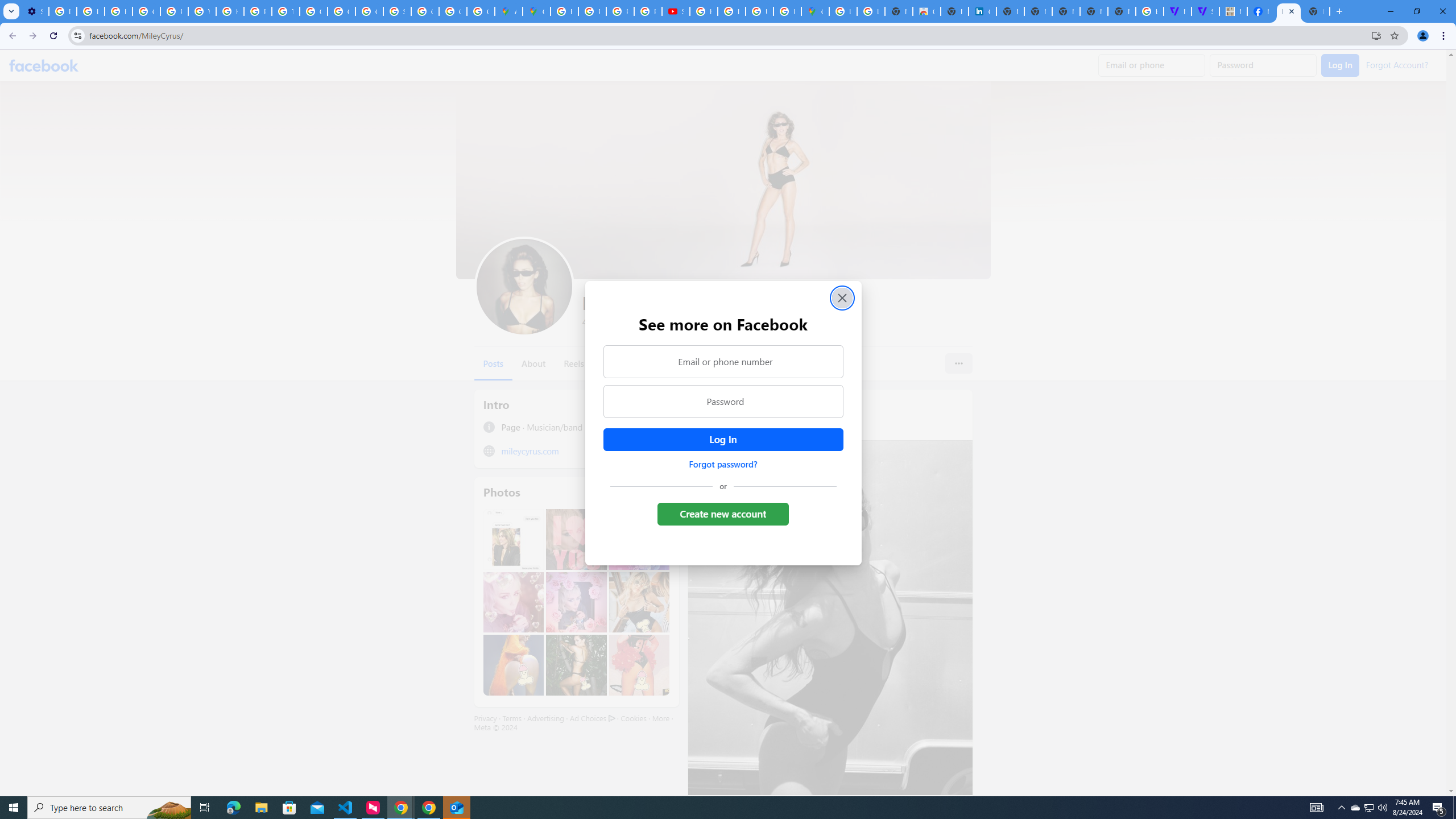 Image resolution: width=1456 pixels, height=819 pixels. I want to click on 'Learn how to find your photos - Google Photos Help', so click(90, 11).